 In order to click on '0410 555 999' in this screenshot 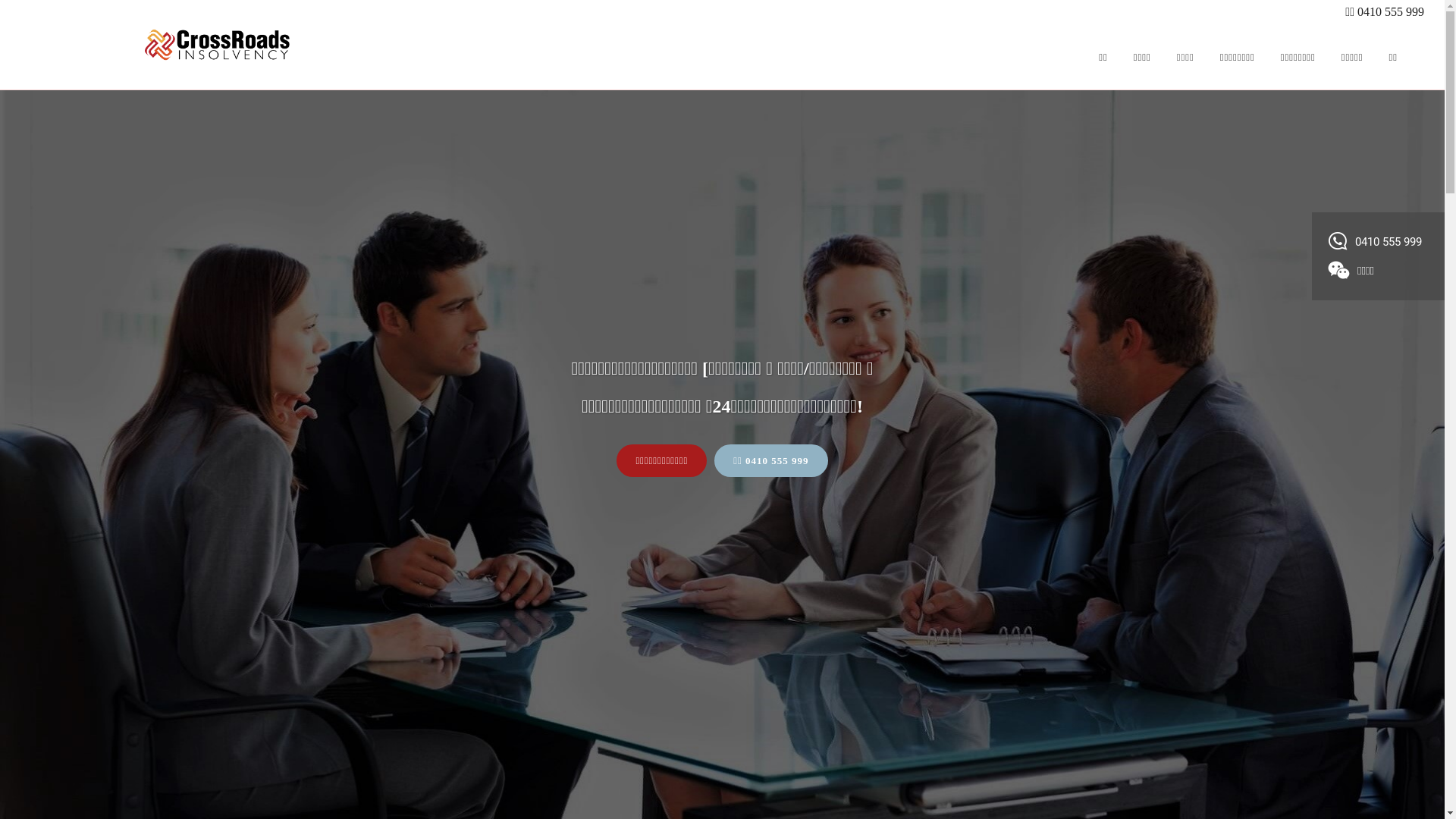, I will do `click(1376, 240)`.